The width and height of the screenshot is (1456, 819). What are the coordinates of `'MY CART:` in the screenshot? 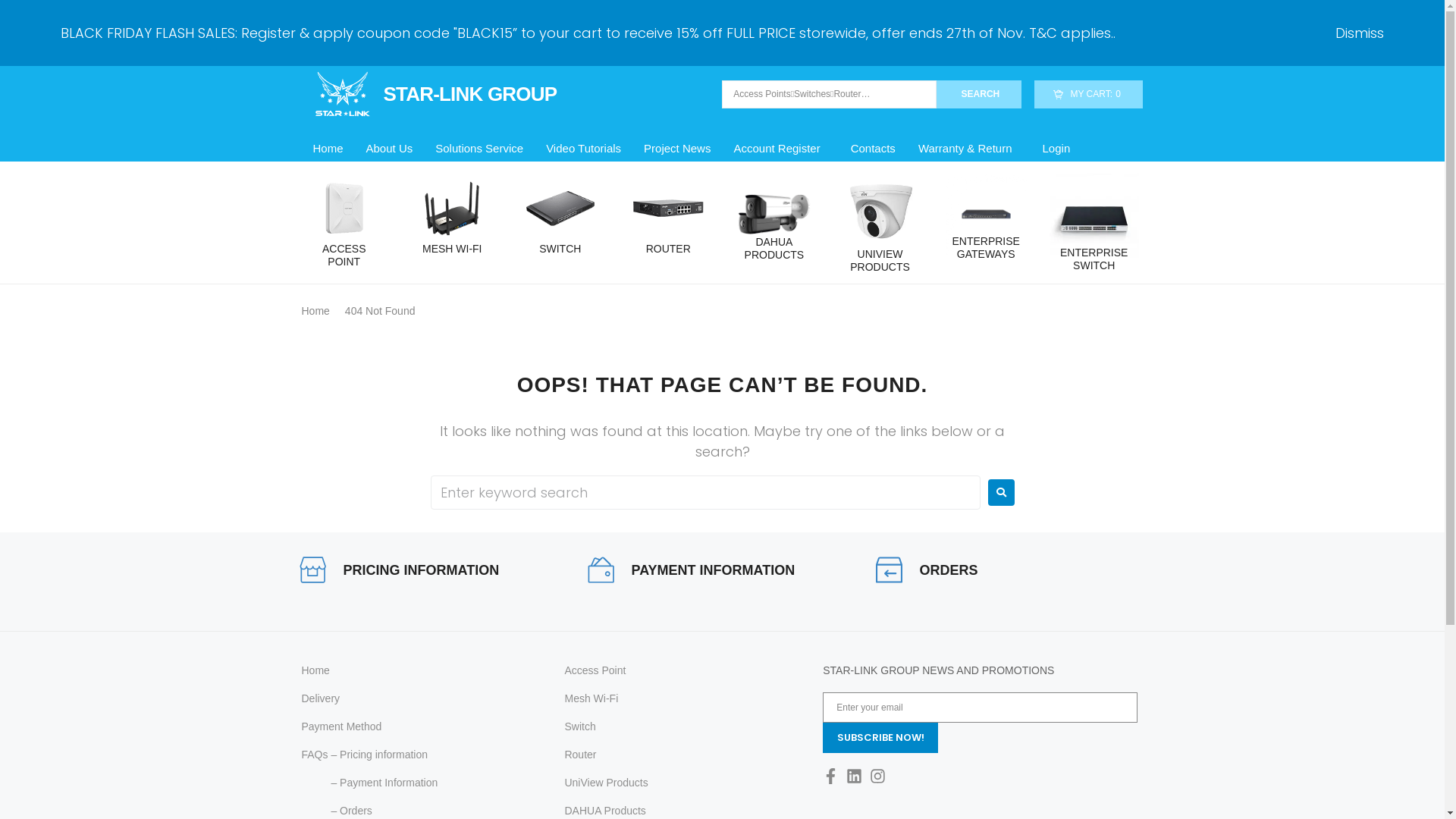 It's located at (1033, 94).